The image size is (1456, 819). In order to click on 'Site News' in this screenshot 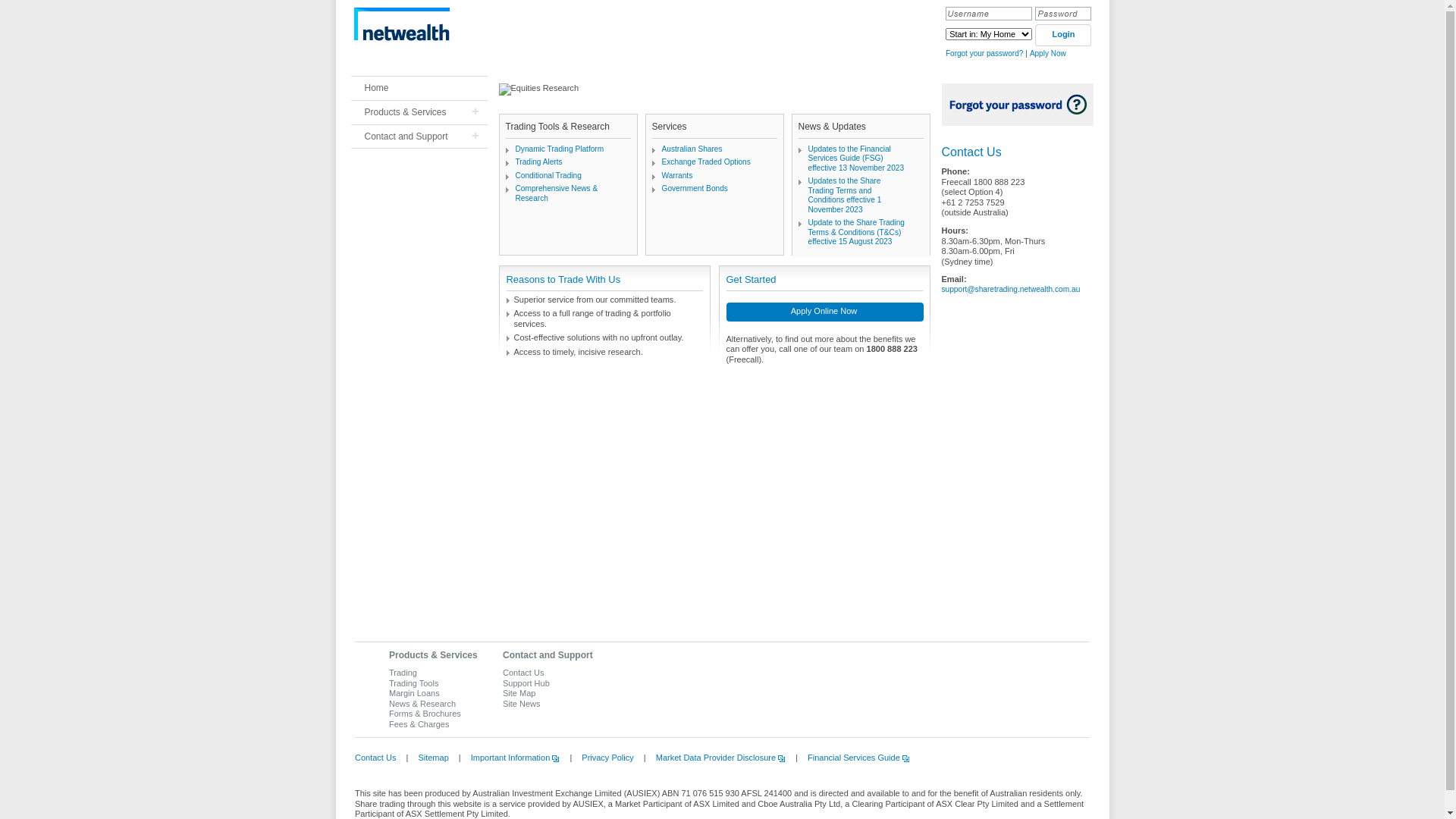, I will do `click(521, 704)`.